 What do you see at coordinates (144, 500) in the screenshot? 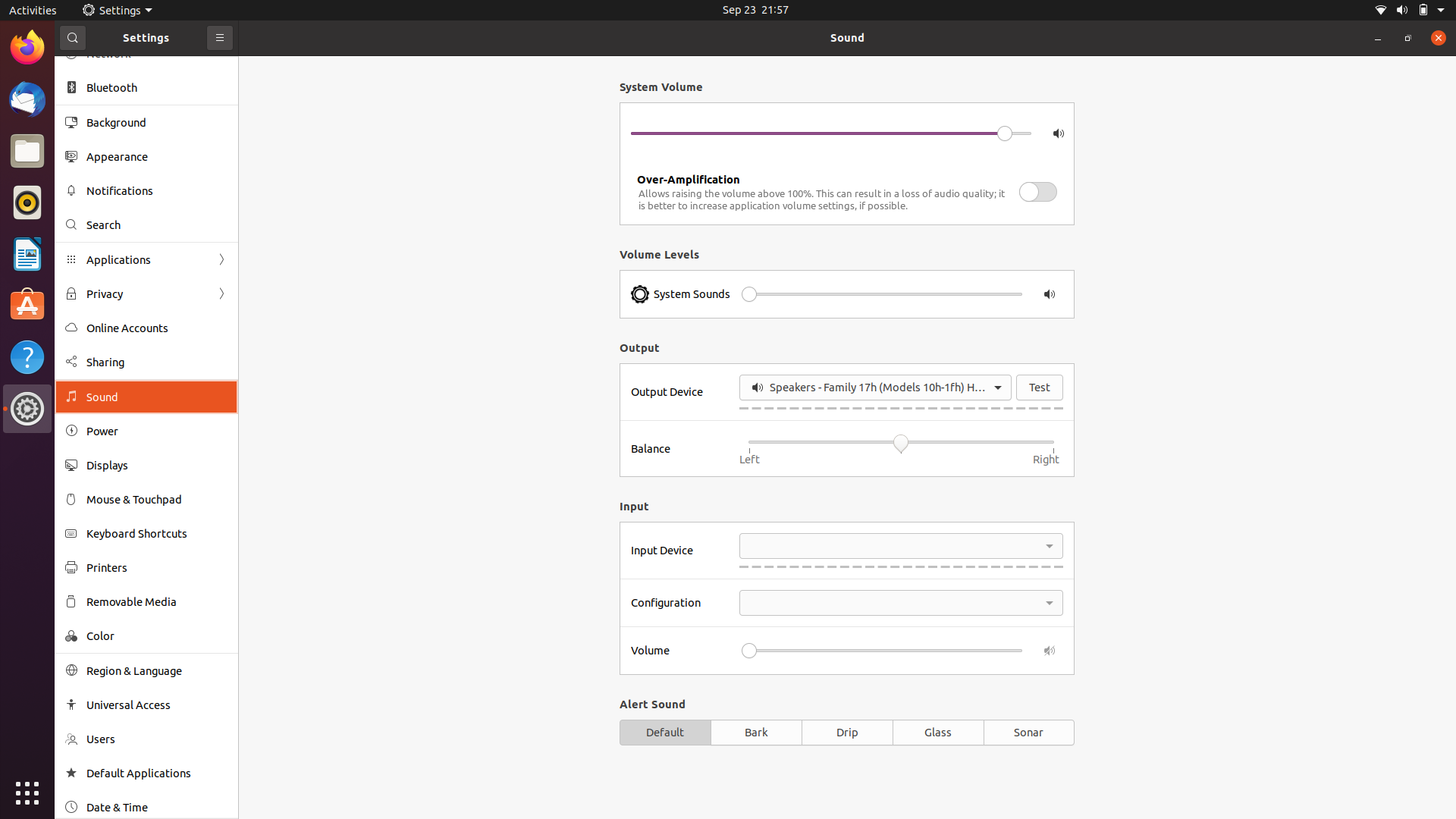
I see `Update settings related to mouse and trackpad` at bounding box center [144, 500].